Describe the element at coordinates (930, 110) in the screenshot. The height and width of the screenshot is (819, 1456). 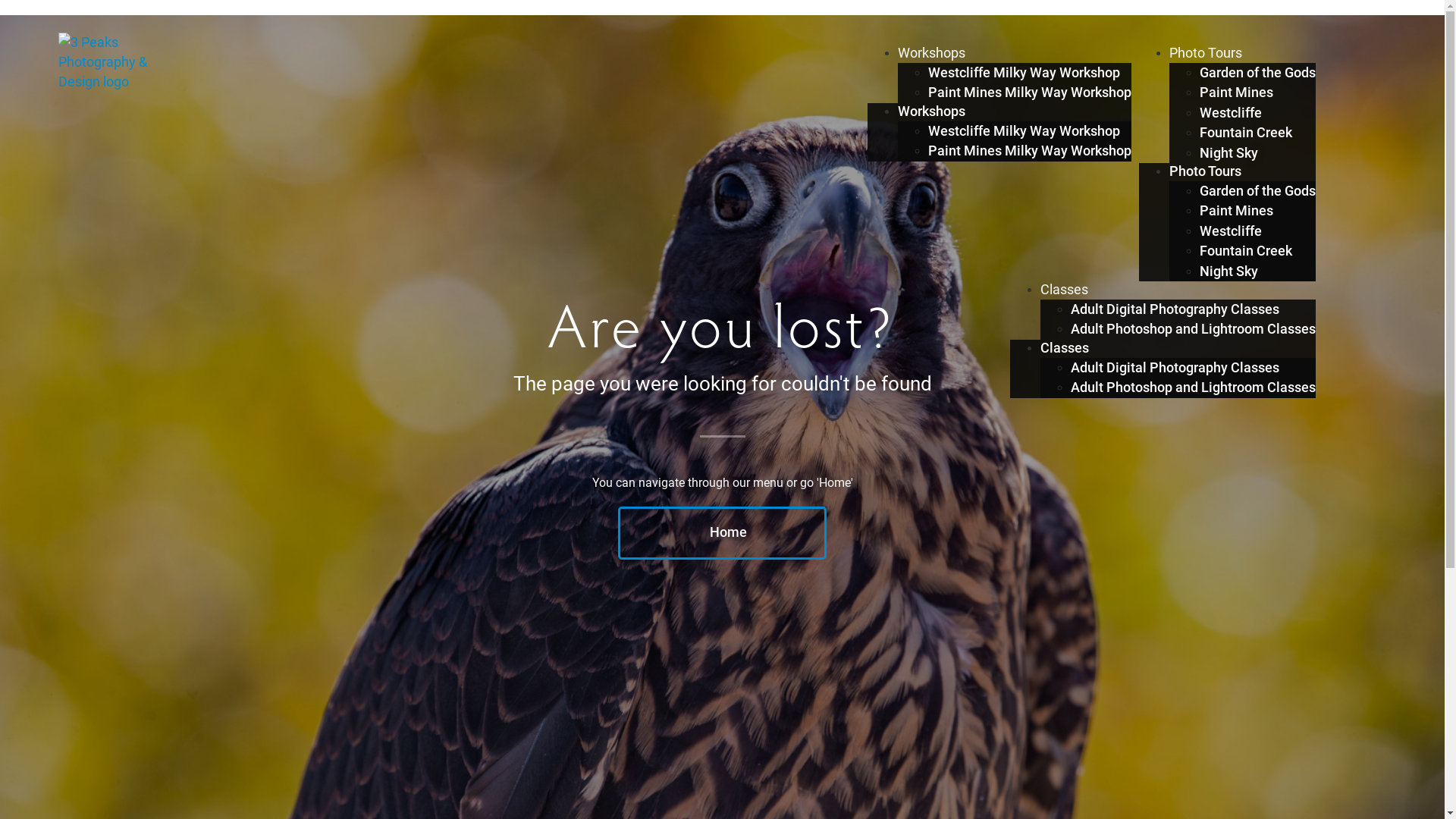
I see `'Workshops'` at that location.